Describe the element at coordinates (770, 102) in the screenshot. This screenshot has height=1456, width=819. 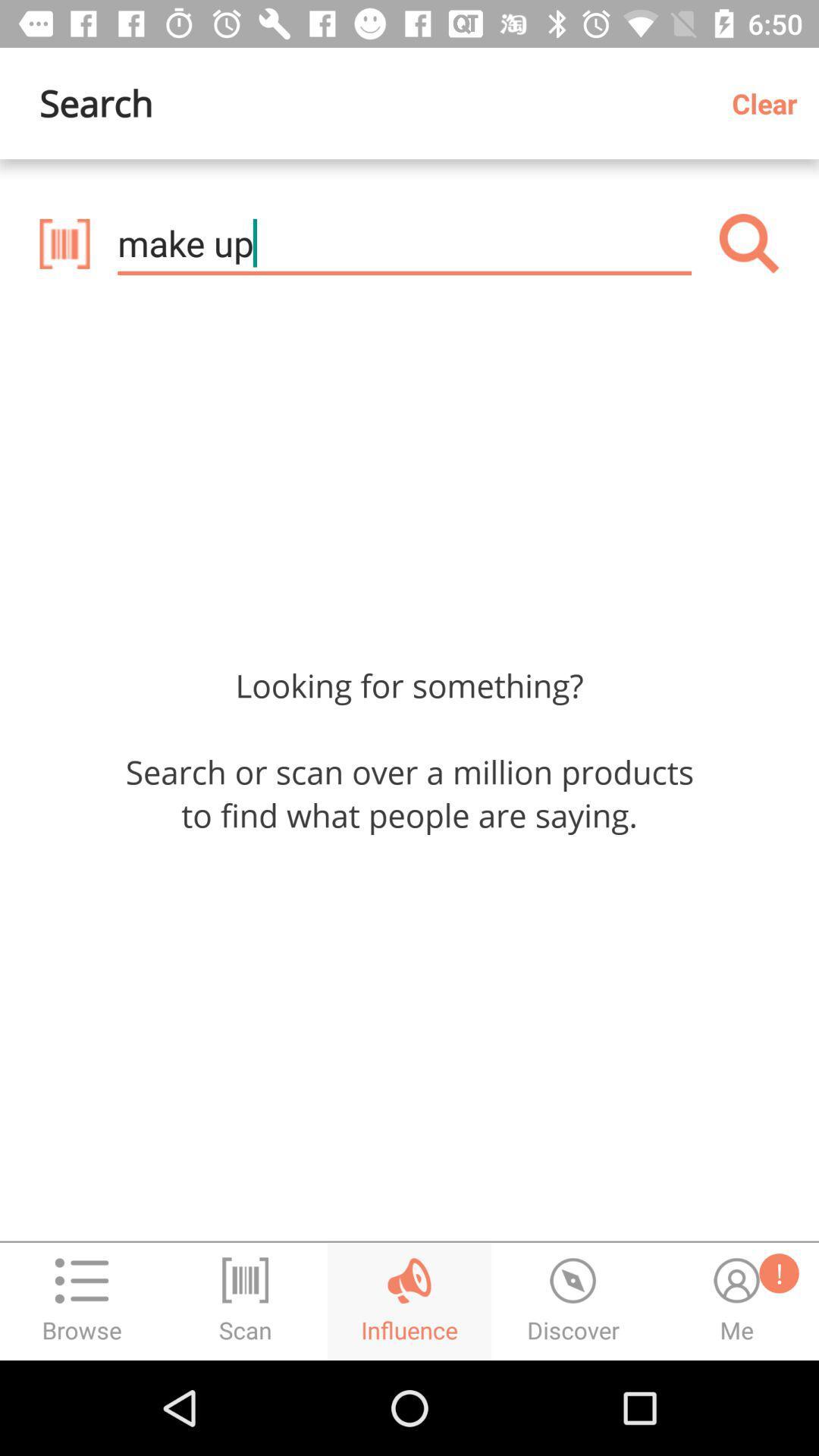
I see `the clear item` at that location.